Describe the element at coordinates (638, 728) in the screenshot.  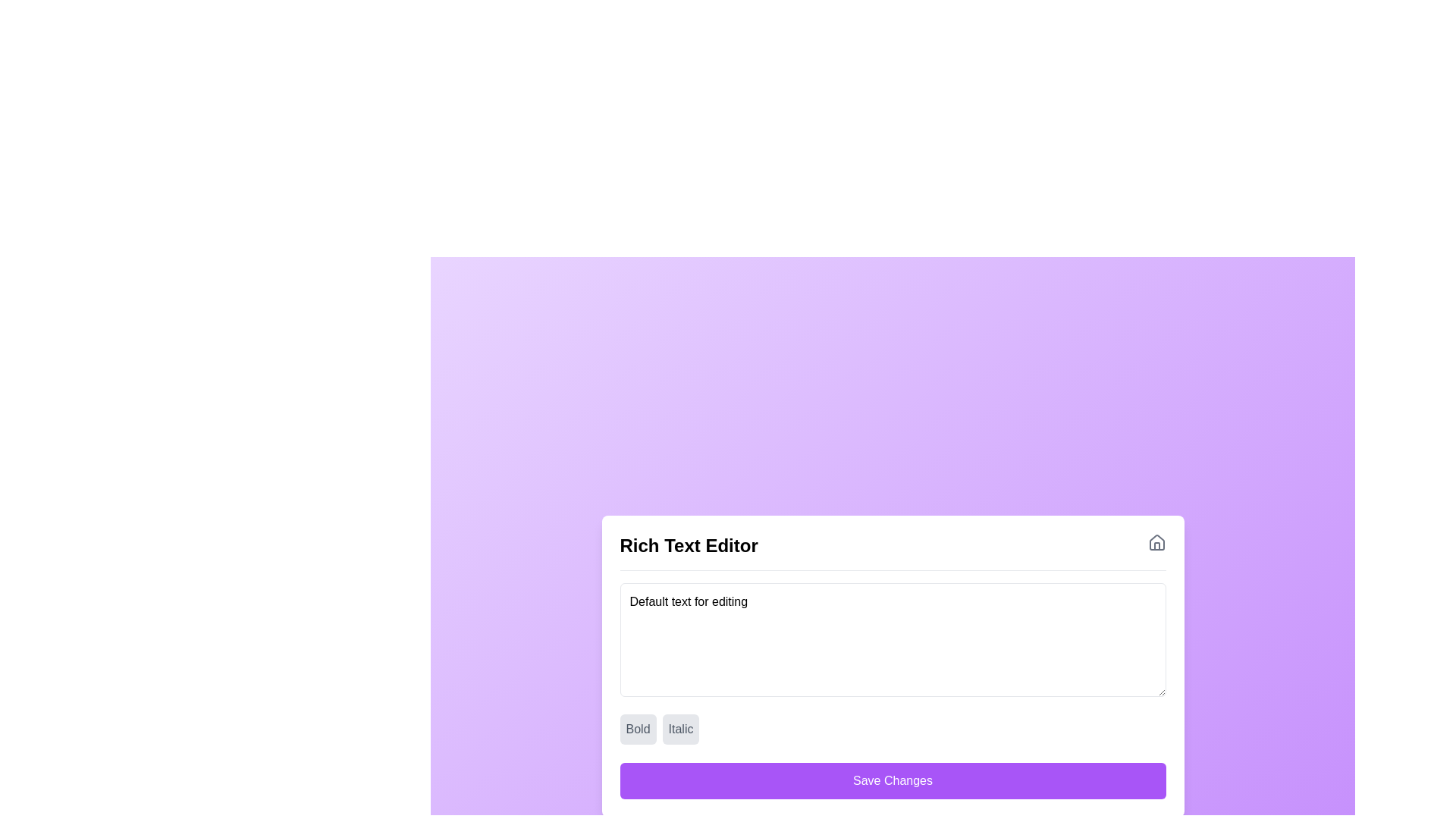
I see `the bold formatting button located to the left of the 'Italic' button in the text editor` at that location.